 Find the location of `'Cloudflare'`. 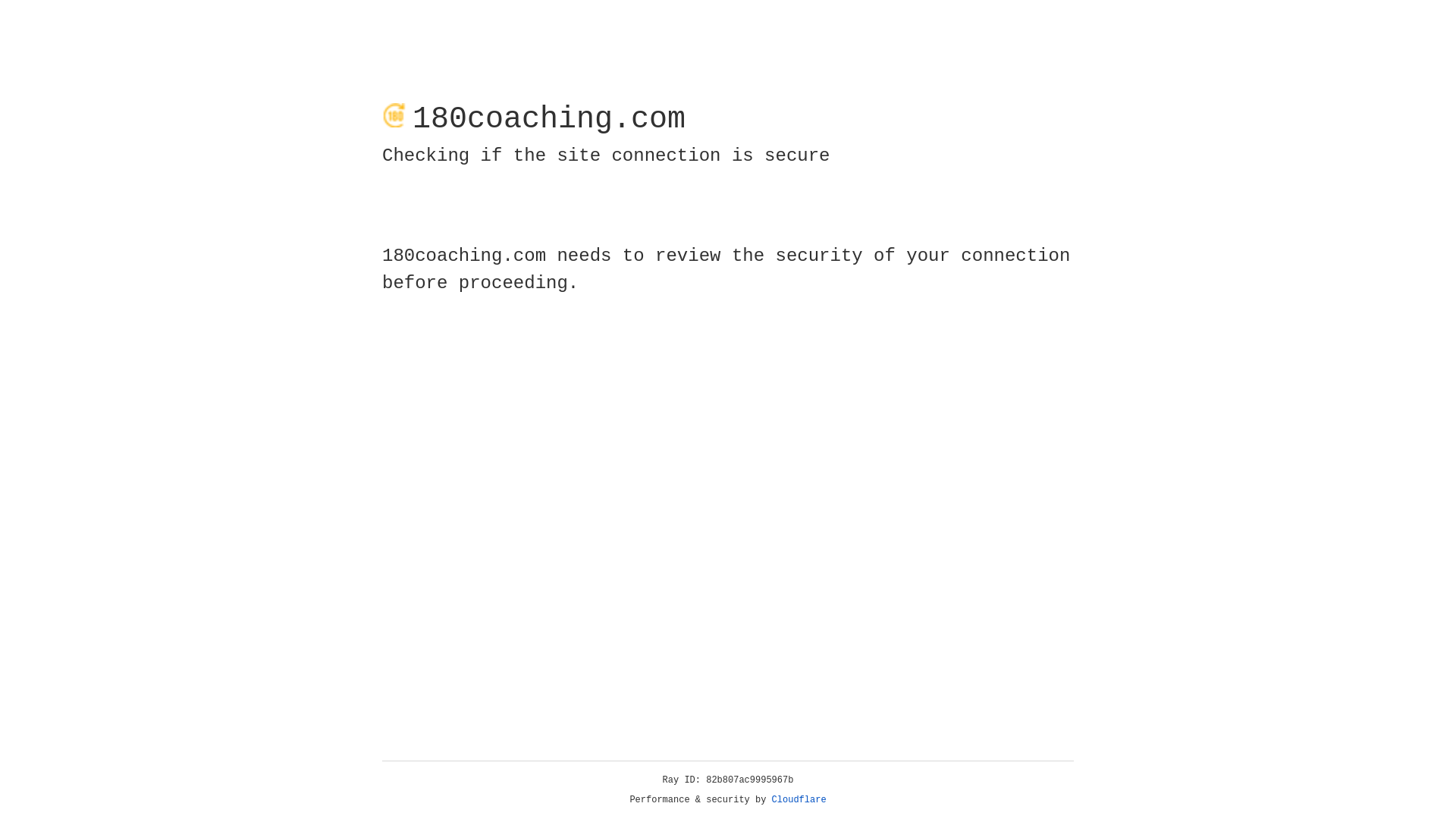

'Cloudflare' is located at coordinates (799, 799).